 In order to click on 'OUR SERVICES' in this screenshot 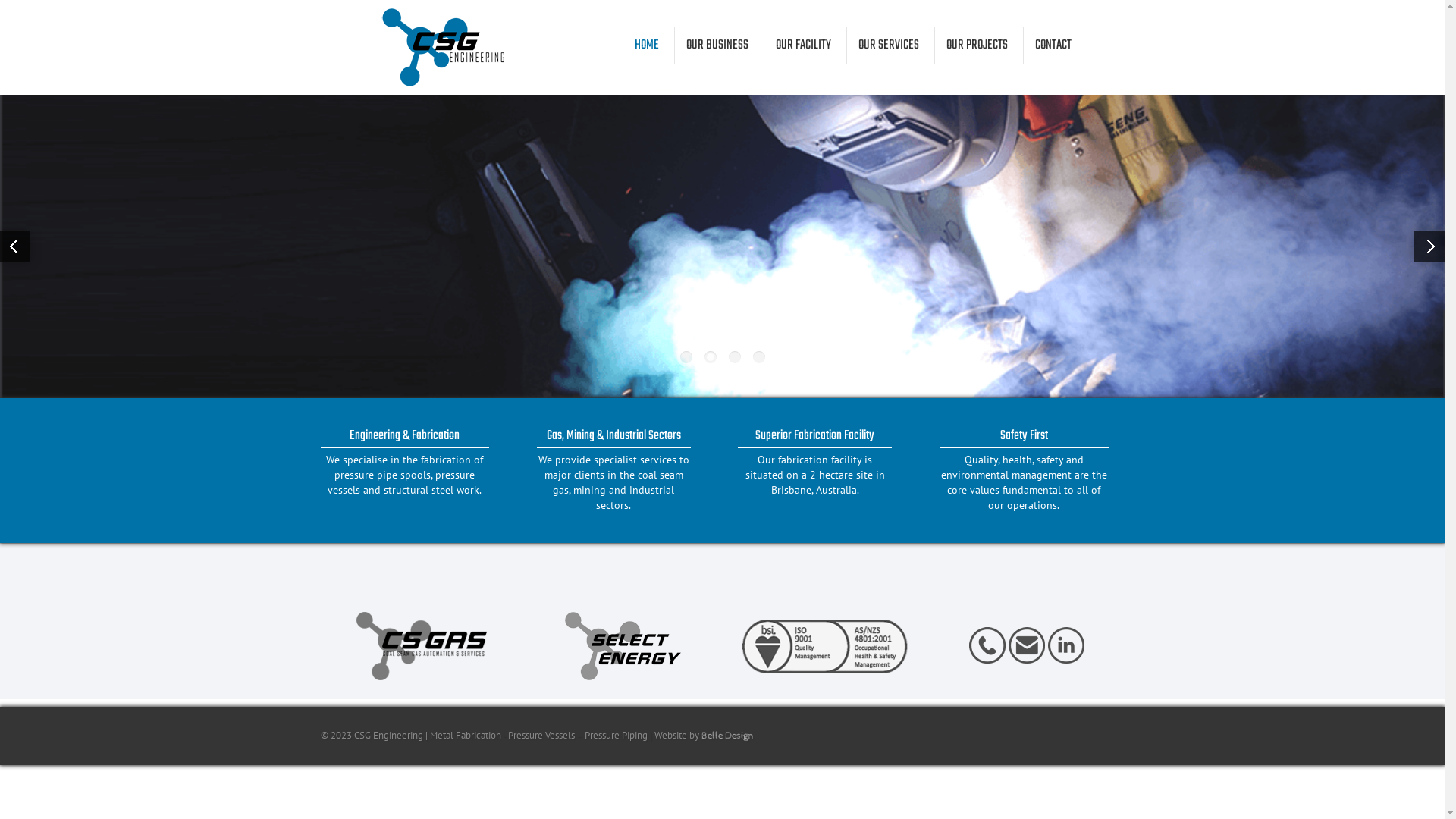, I will do `click(888, 45)`.